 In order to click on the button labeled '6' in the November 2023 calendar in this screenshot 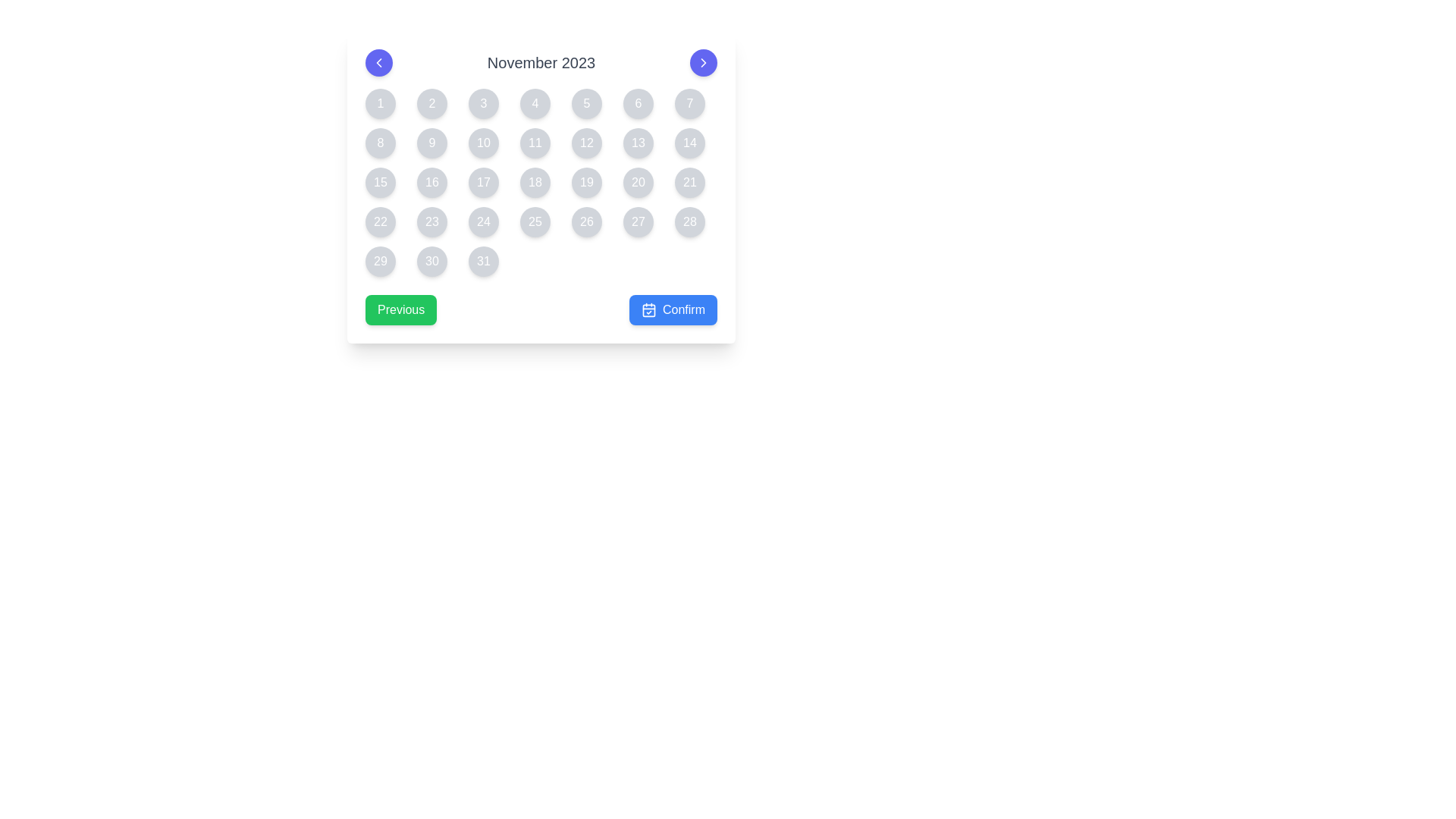, I will do `click(638, 103)`.